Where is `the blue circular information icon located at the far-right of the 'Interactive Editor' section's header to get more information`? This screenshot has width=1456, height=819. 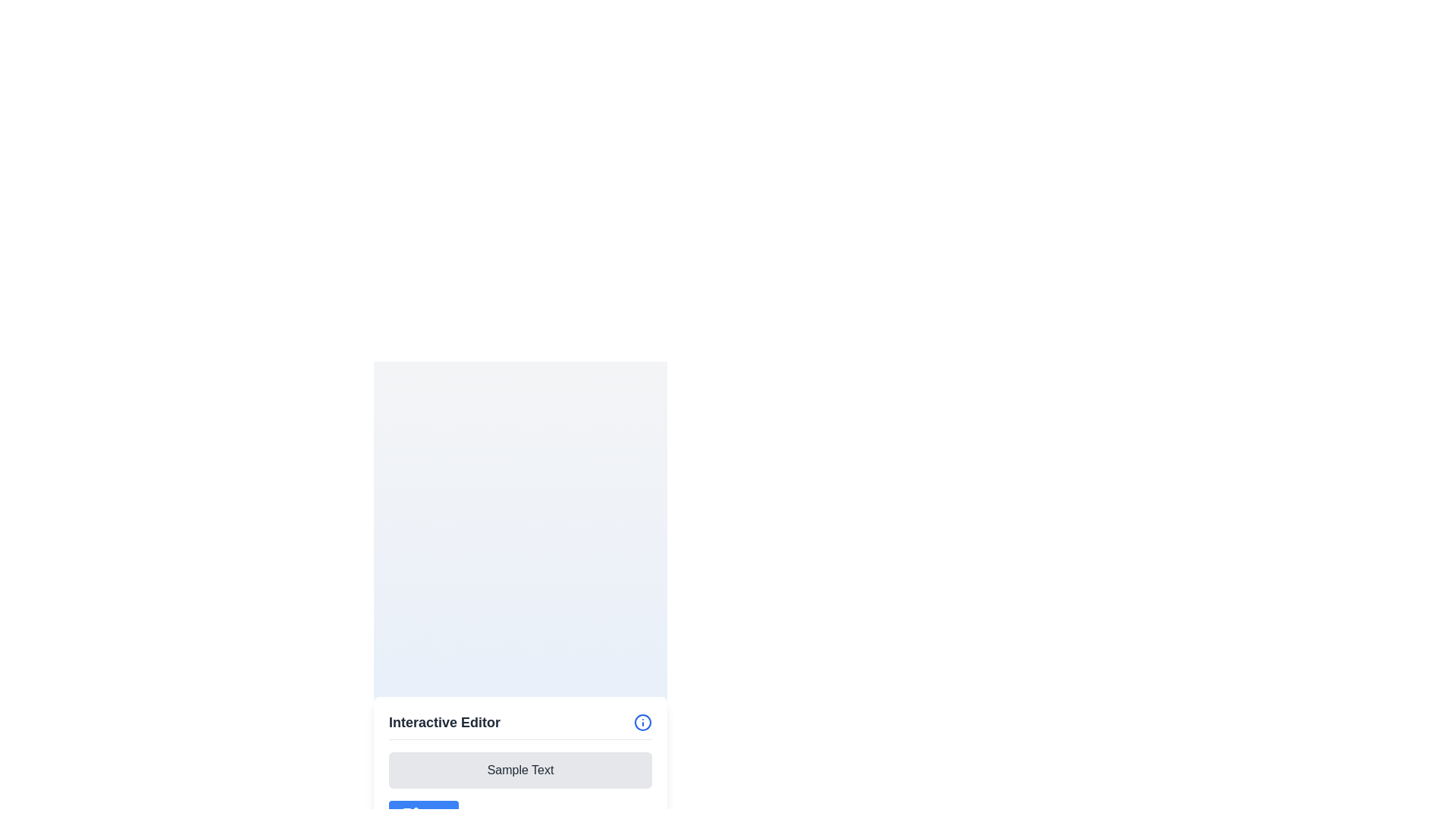
the blue circular information icon located at the far-right of the 'Interactive Editor' section's header to get more information is located at coordinates (643, 721).